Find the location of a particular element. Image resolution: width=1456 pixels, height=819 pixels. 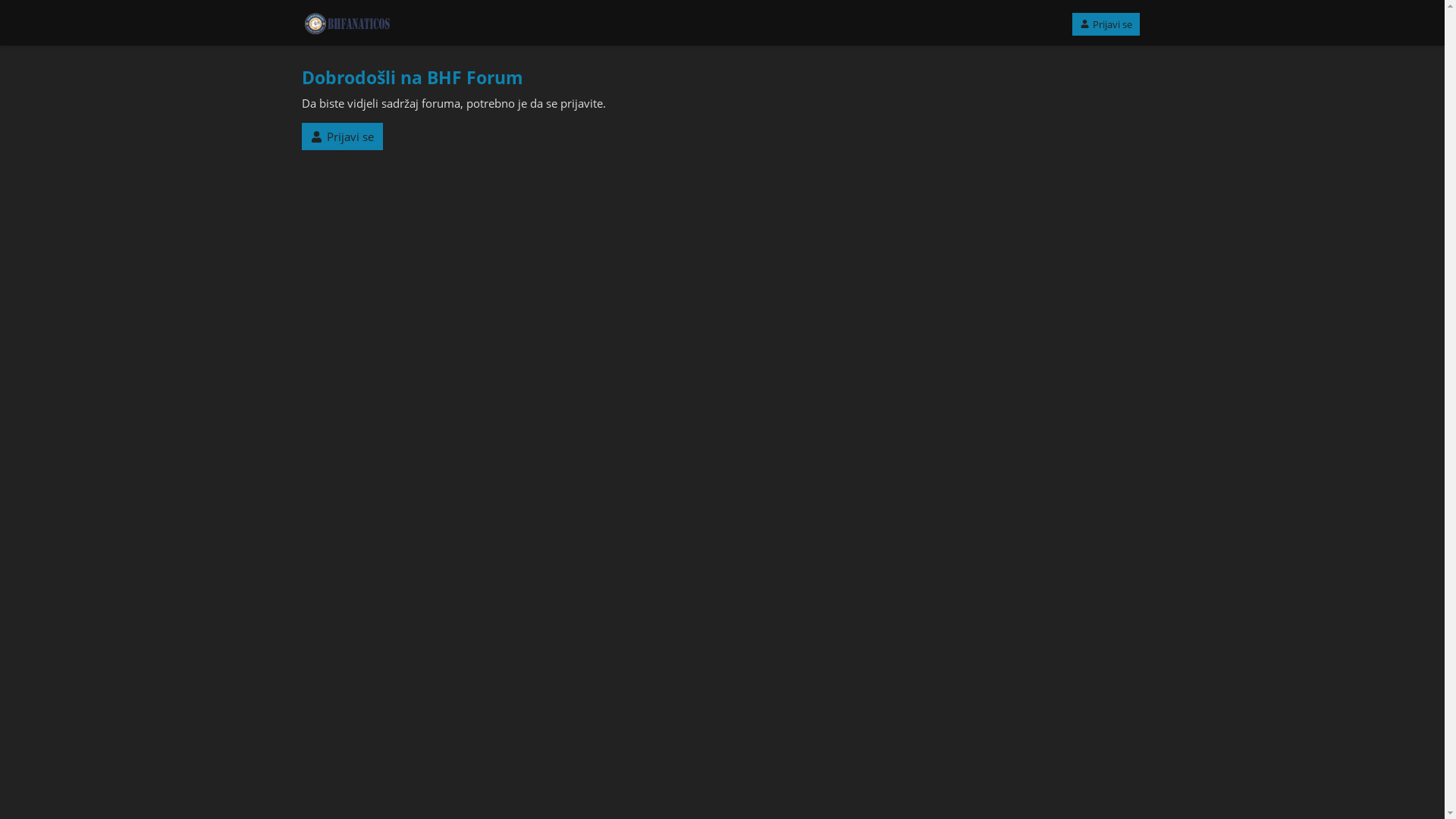

'Prijavi se' is located at coordinates (1106, 24).